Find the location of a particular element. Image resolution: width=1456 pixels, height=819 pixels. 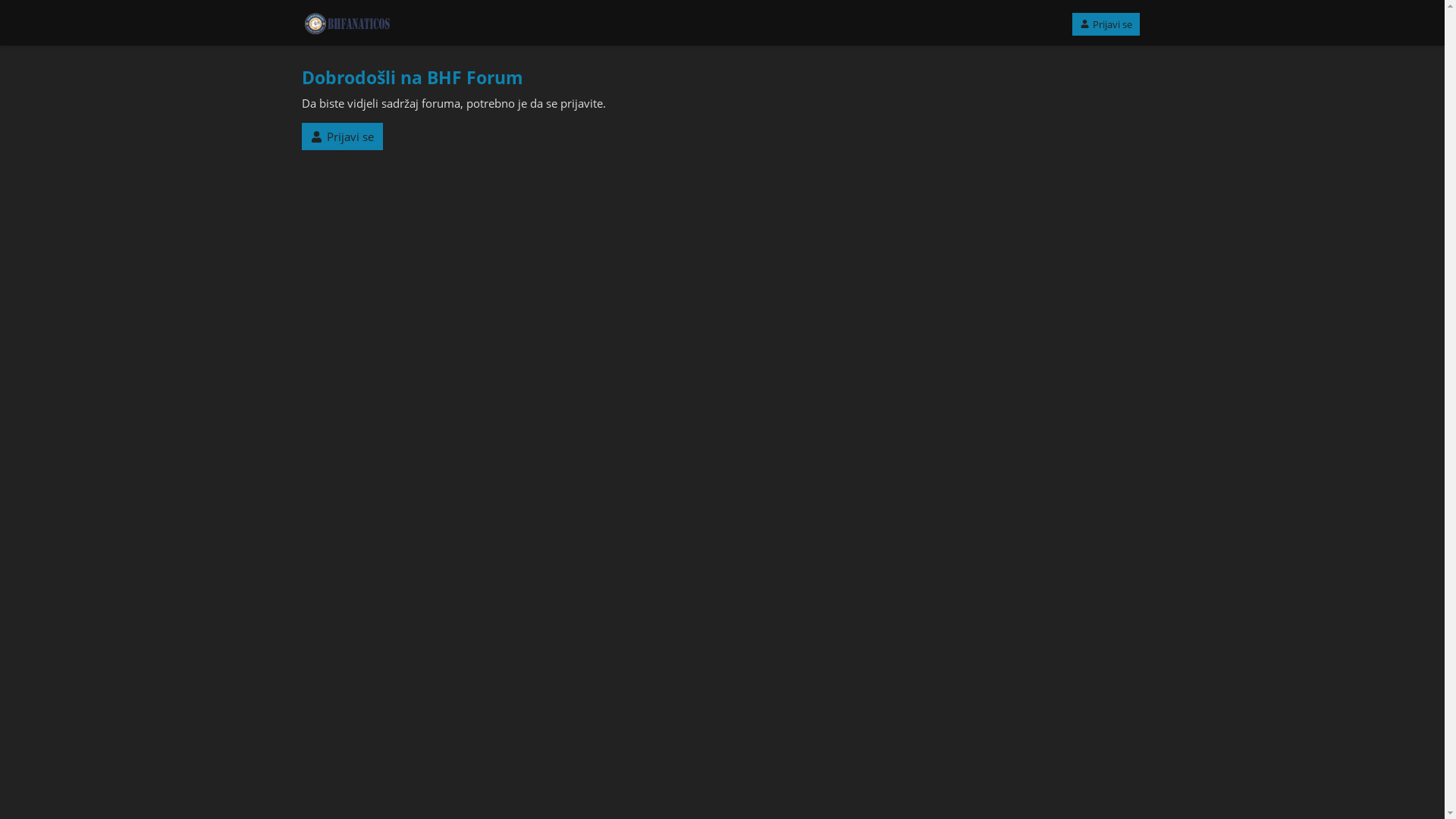

'Prijavi se' is located at coordinates (1106, 24).